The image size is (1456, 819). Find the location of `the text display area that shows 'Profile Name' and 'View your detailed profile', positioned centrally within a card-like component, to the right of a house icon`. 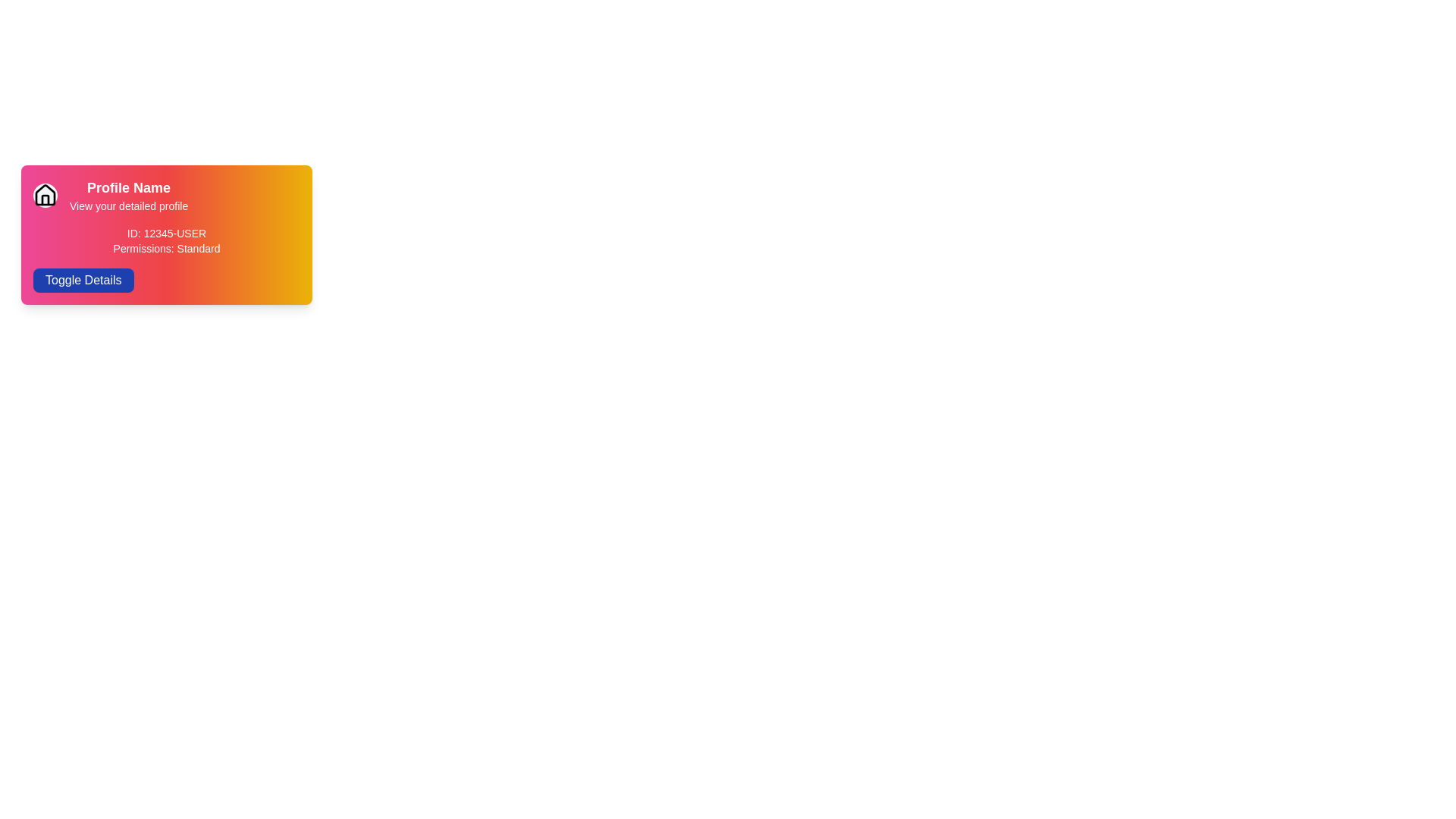

the text display area that shows 'Profile Name' and 'View your detailed profile', positioned centrally within a card-like component, to the right of a house icon is located at coordinates (129, 195).